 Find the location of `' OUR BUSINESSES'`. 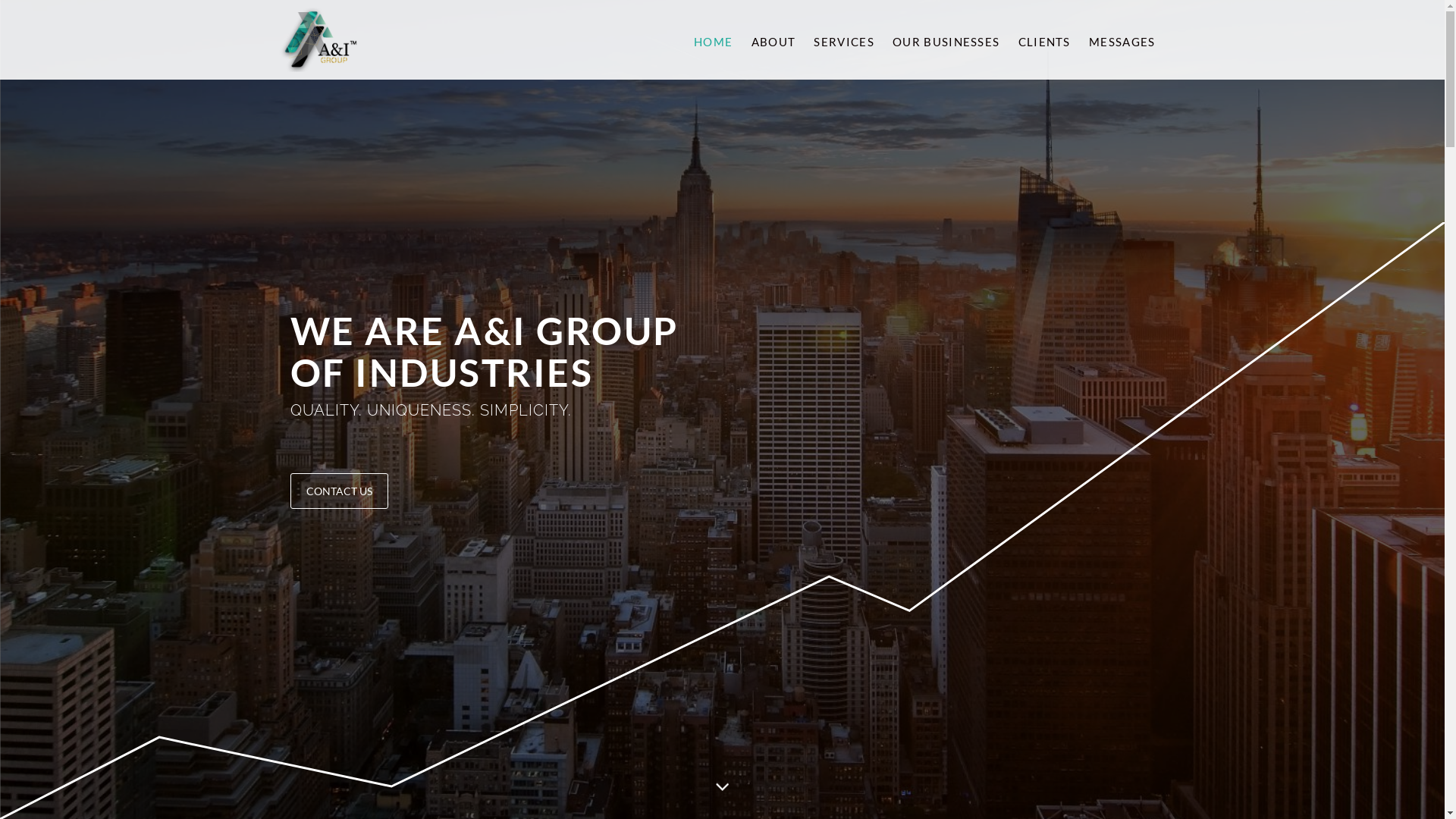

' OUR BUSINESSES' is located at coordinates (944, 39).